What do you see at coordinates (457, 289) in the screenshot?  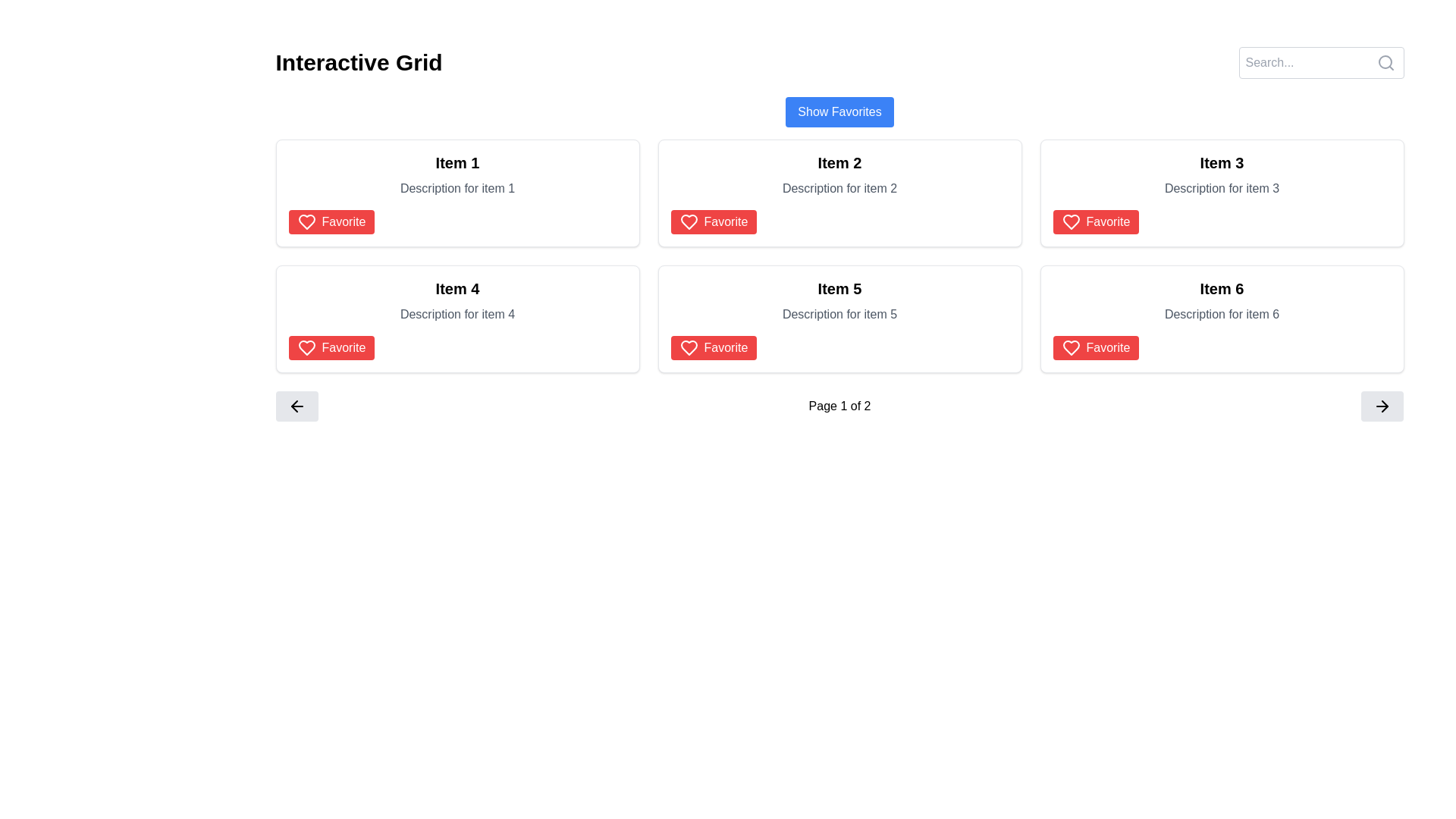 I see `the 'Item 4' text heading, which is bold and large-sized, located in the second row and first column of the grid card layout` at bounding box center [457, 289].